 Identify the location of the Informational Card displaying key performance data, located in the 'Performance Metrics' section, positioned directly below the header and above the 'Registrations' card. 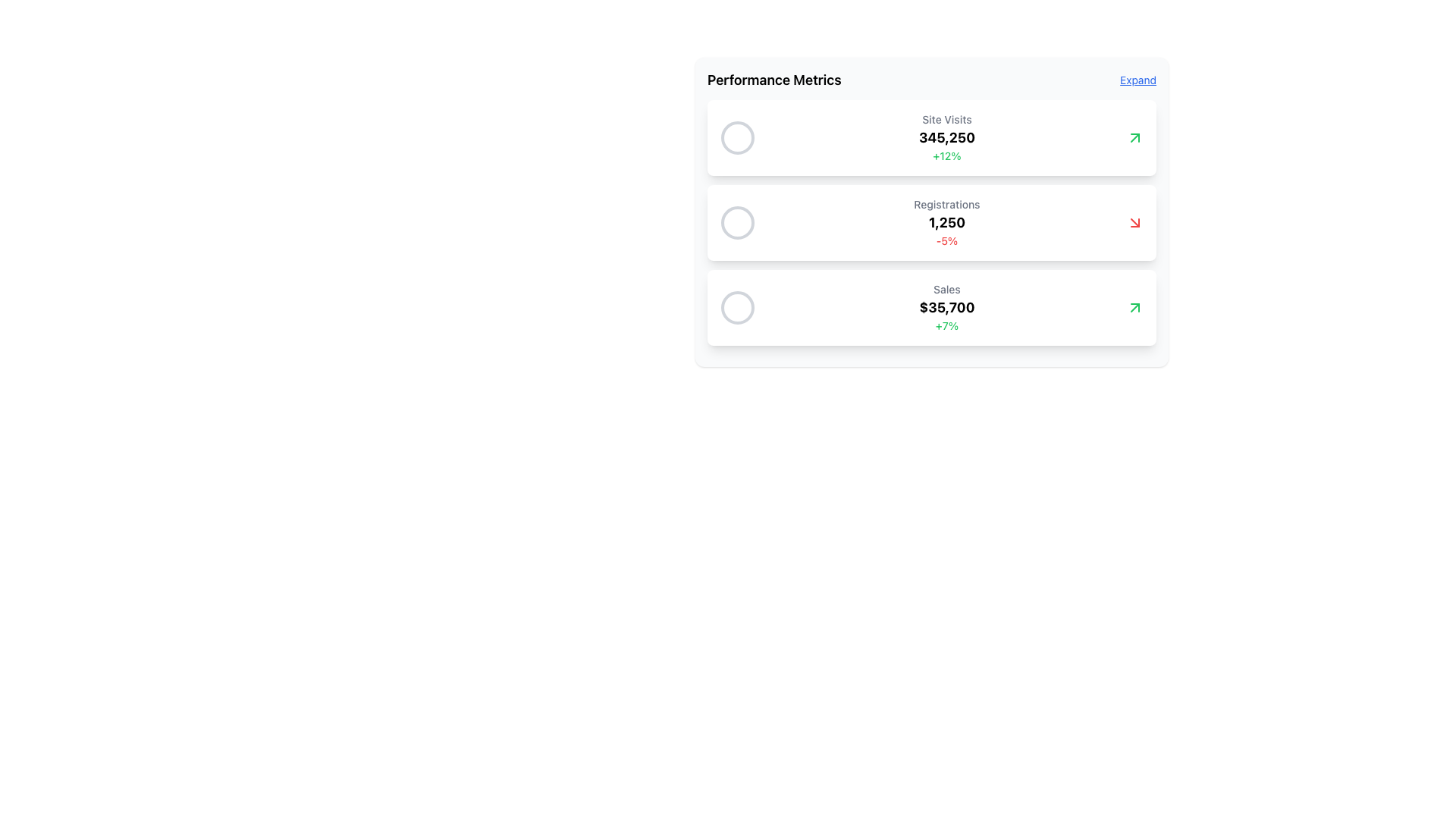
(930, 137).